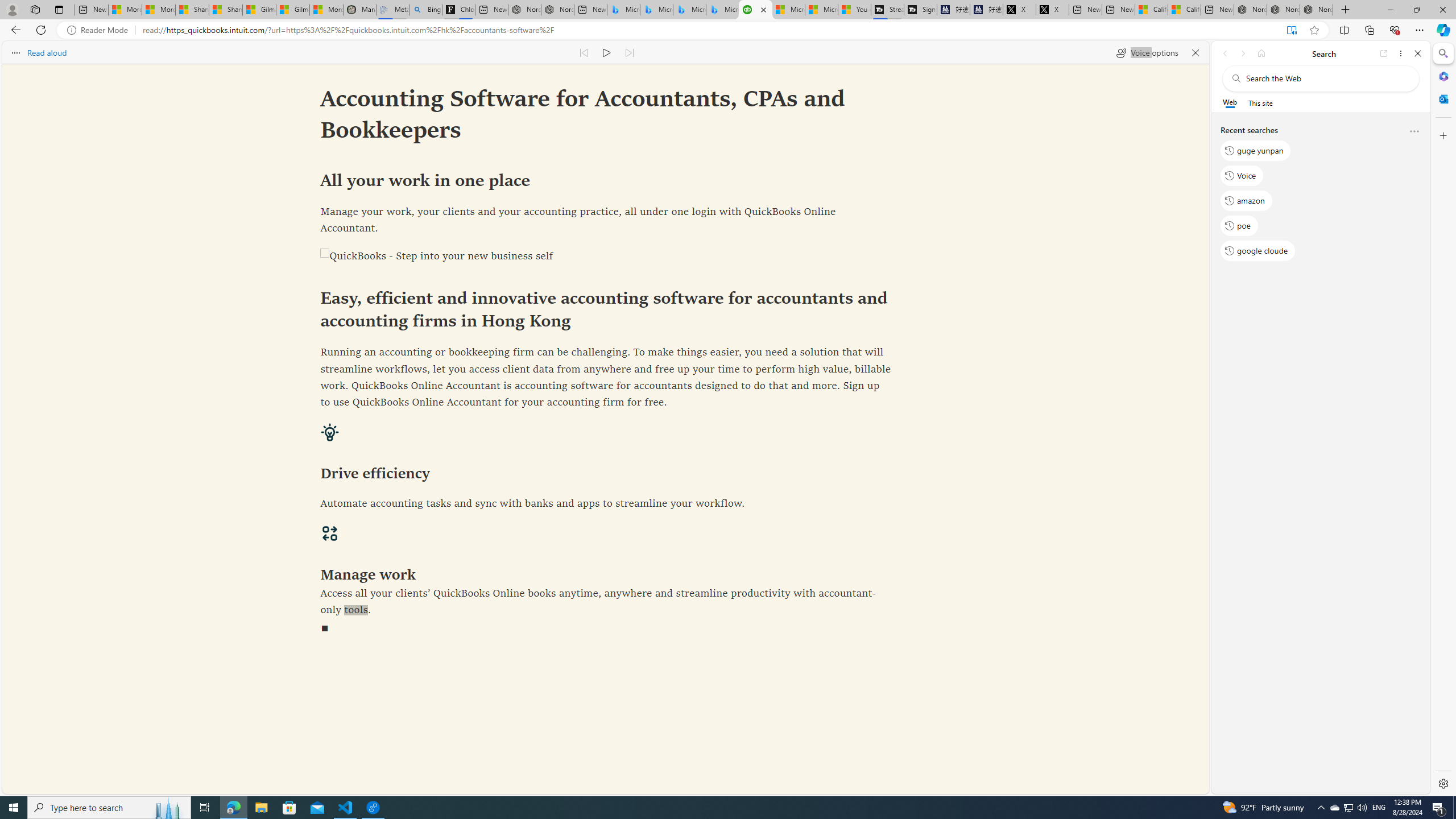 Image resolution: width=1456 pixels, height=819 pixels. What do you see at coordinates (1316, 9) in the screenshot?
I see `'Nordace - Siena Pro 15 Essential Set'` at bounding box center [1316, 9].